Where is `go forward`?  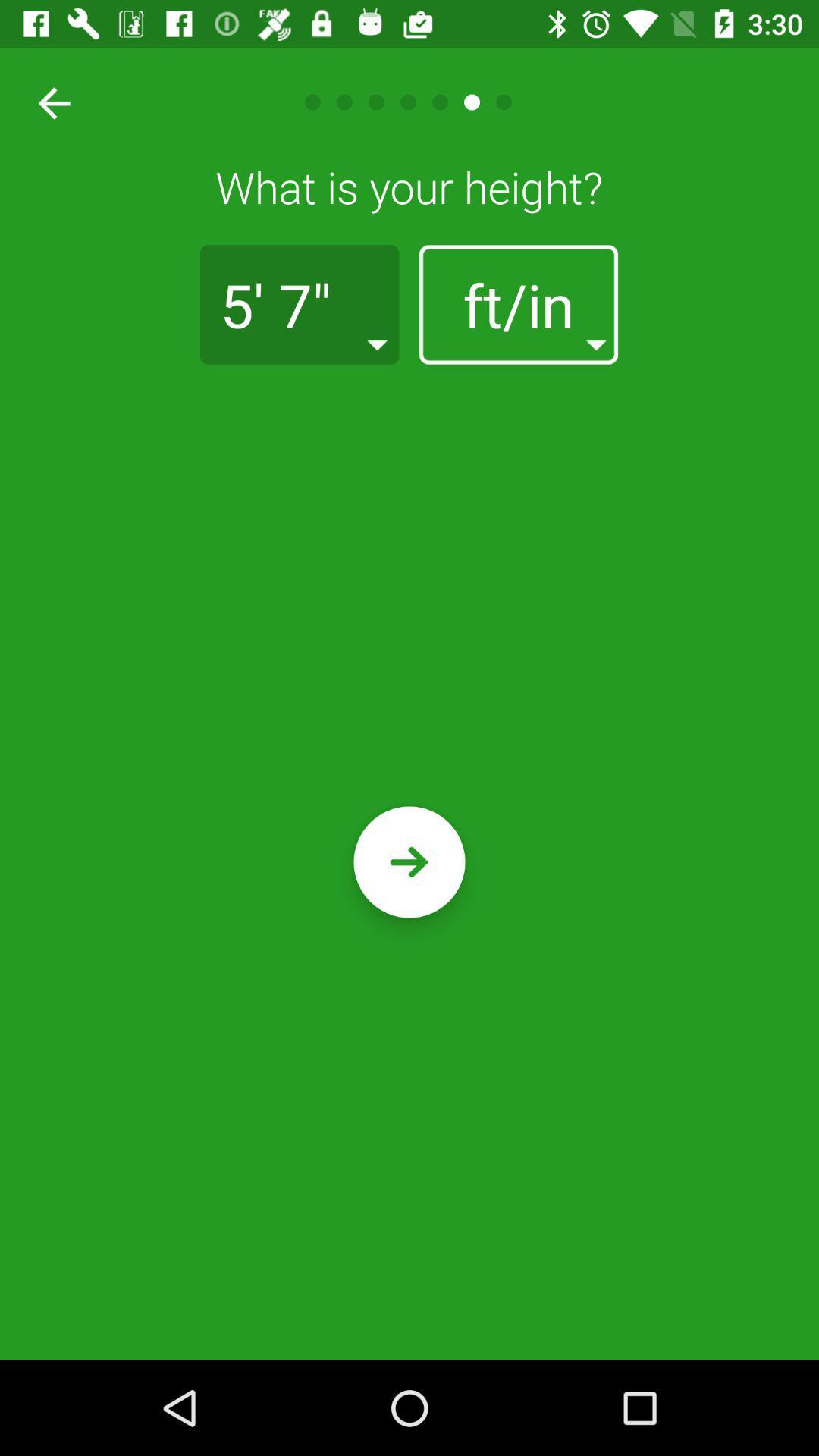
go forward is located at coordinates (409, 862).